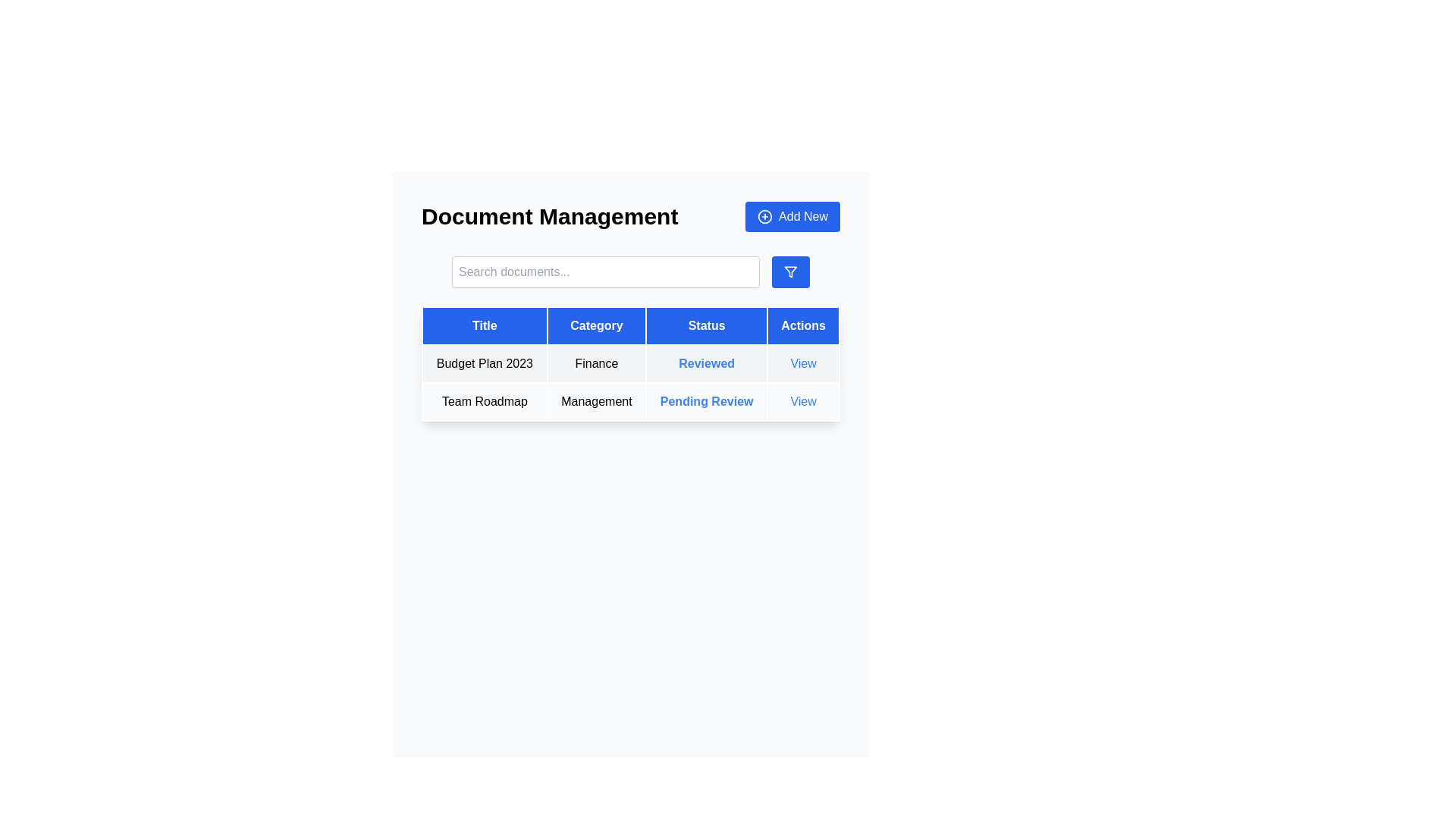 This screenshot has width=1456, height=819. I want to click on the SVG circle that forms the circular border of the 'Add New' button, which contributes to its appearance as a 'plus' icon, so click(765, 216).